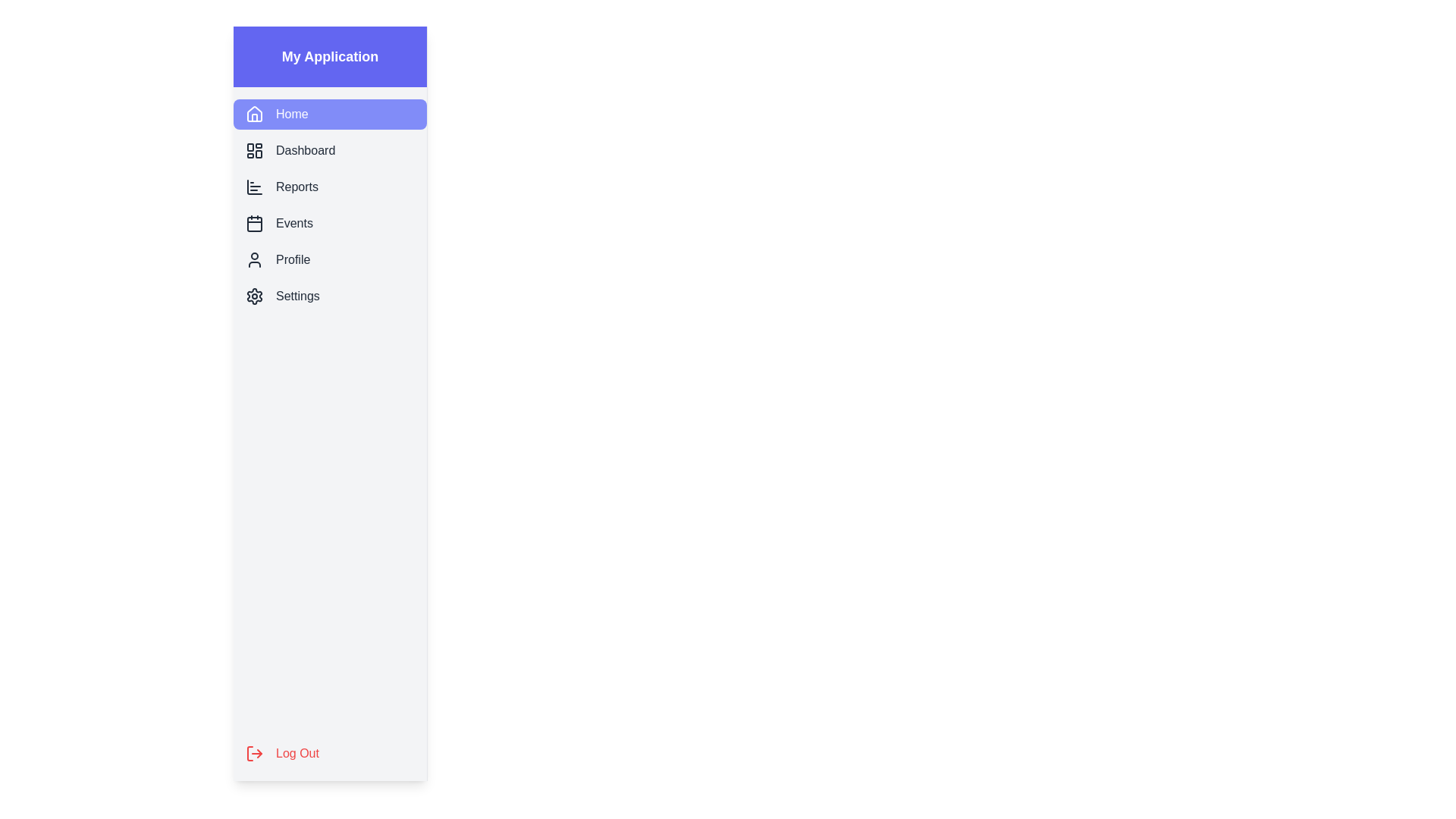 Image resolution: width=1456 pixels, height=819 pixels. I want to click on the sixth navigation button in the vertical menu on the left side of the interface, so click(329, 296).